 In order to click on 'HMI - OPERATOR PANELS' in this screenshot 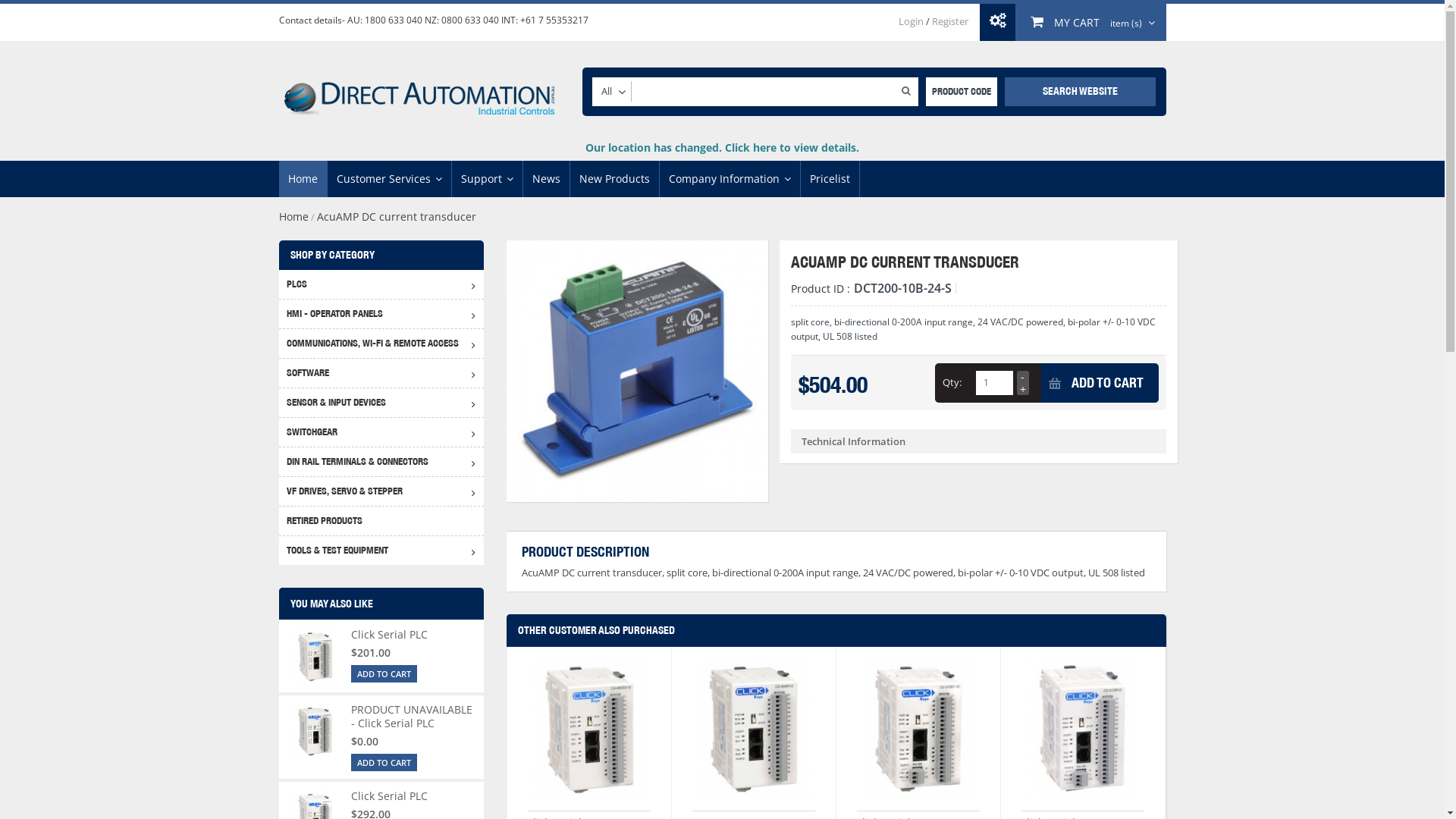, I will do `click(381, 312)`.